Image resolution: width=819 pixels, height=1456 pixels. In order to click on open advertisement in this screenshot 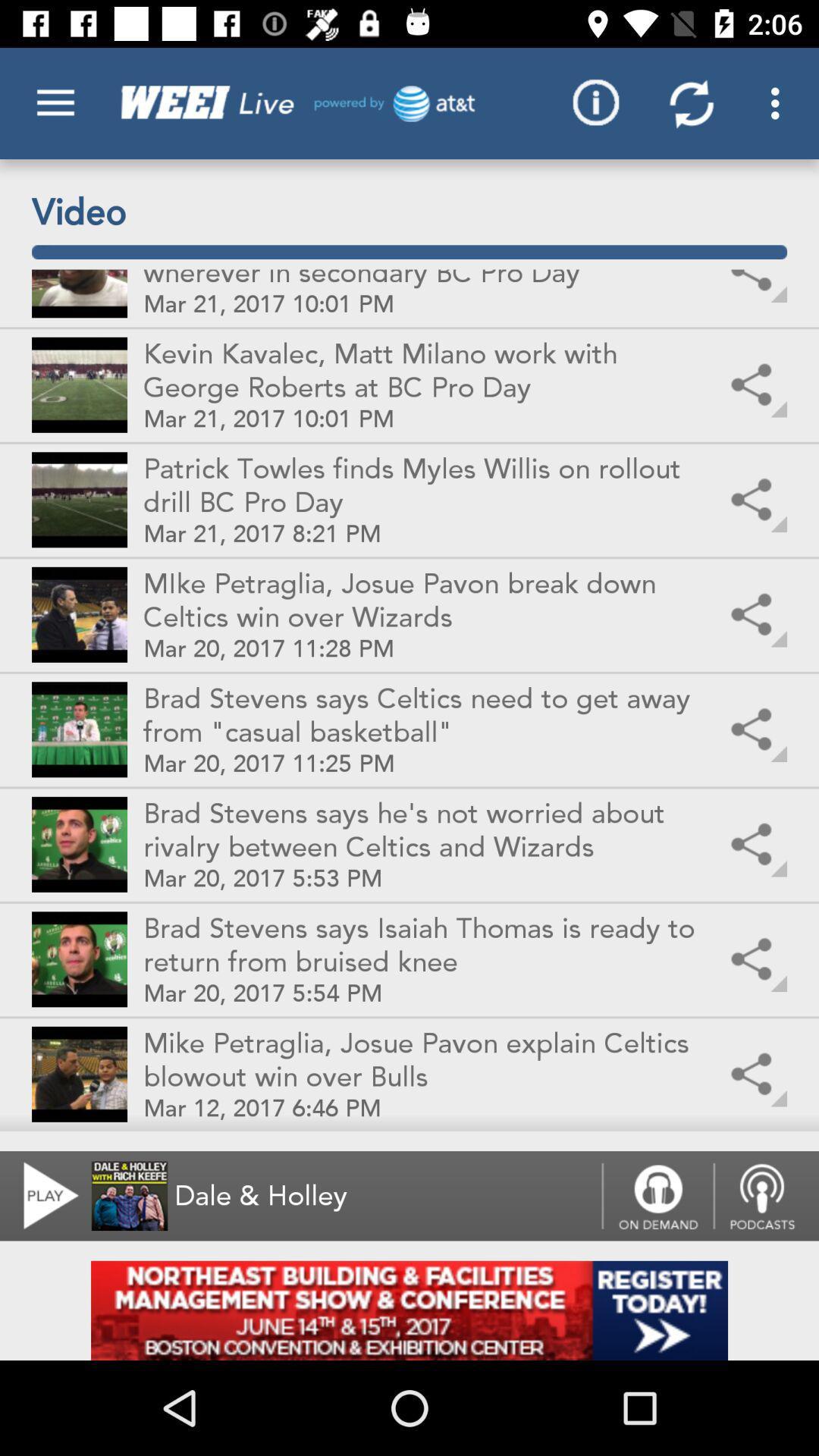, I will do `click(409, 1310)`.